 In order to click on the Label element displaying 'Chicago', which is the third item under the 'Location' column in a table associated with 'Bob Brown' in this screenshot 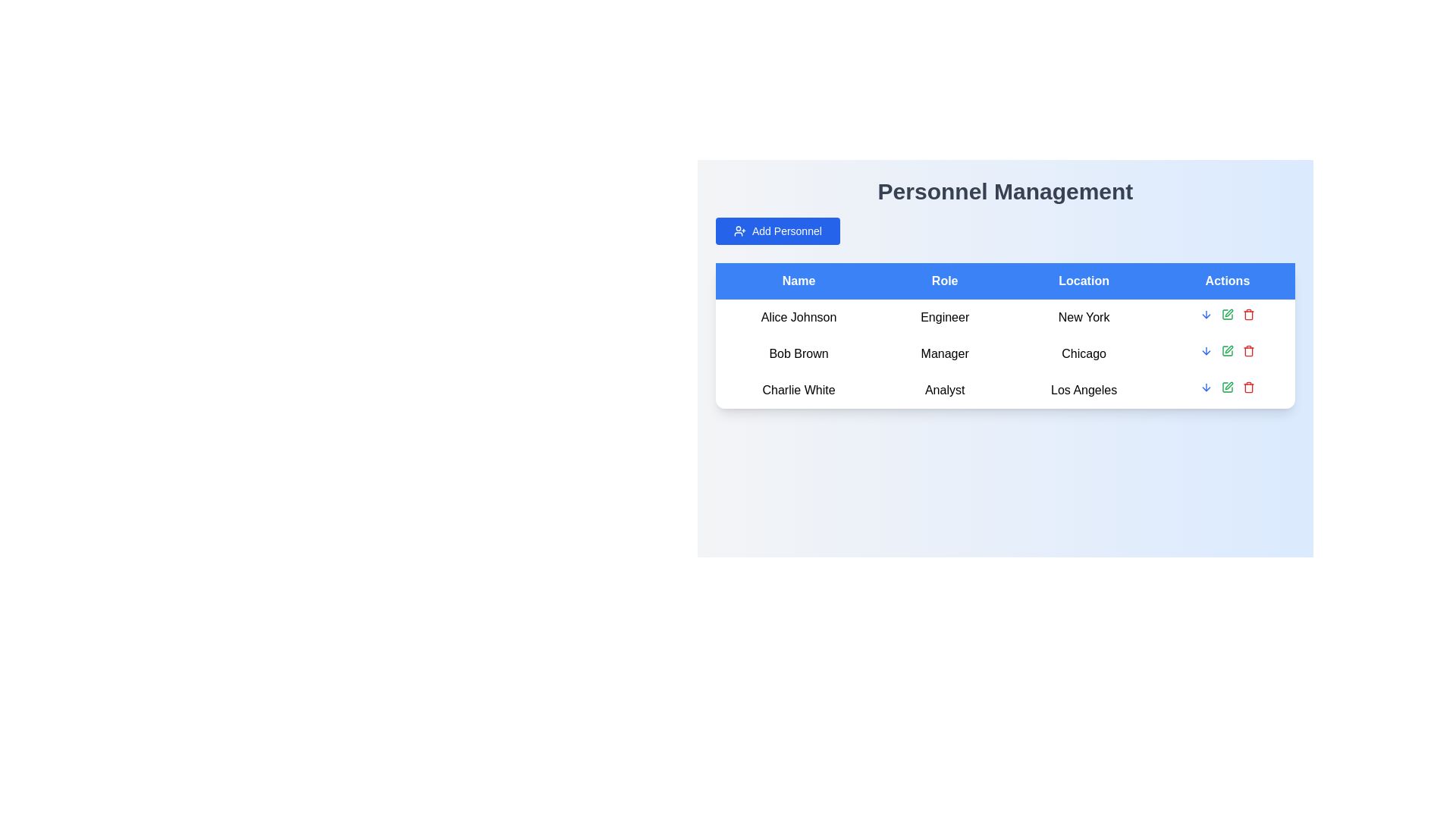, I will do `click(1083, 353)`.